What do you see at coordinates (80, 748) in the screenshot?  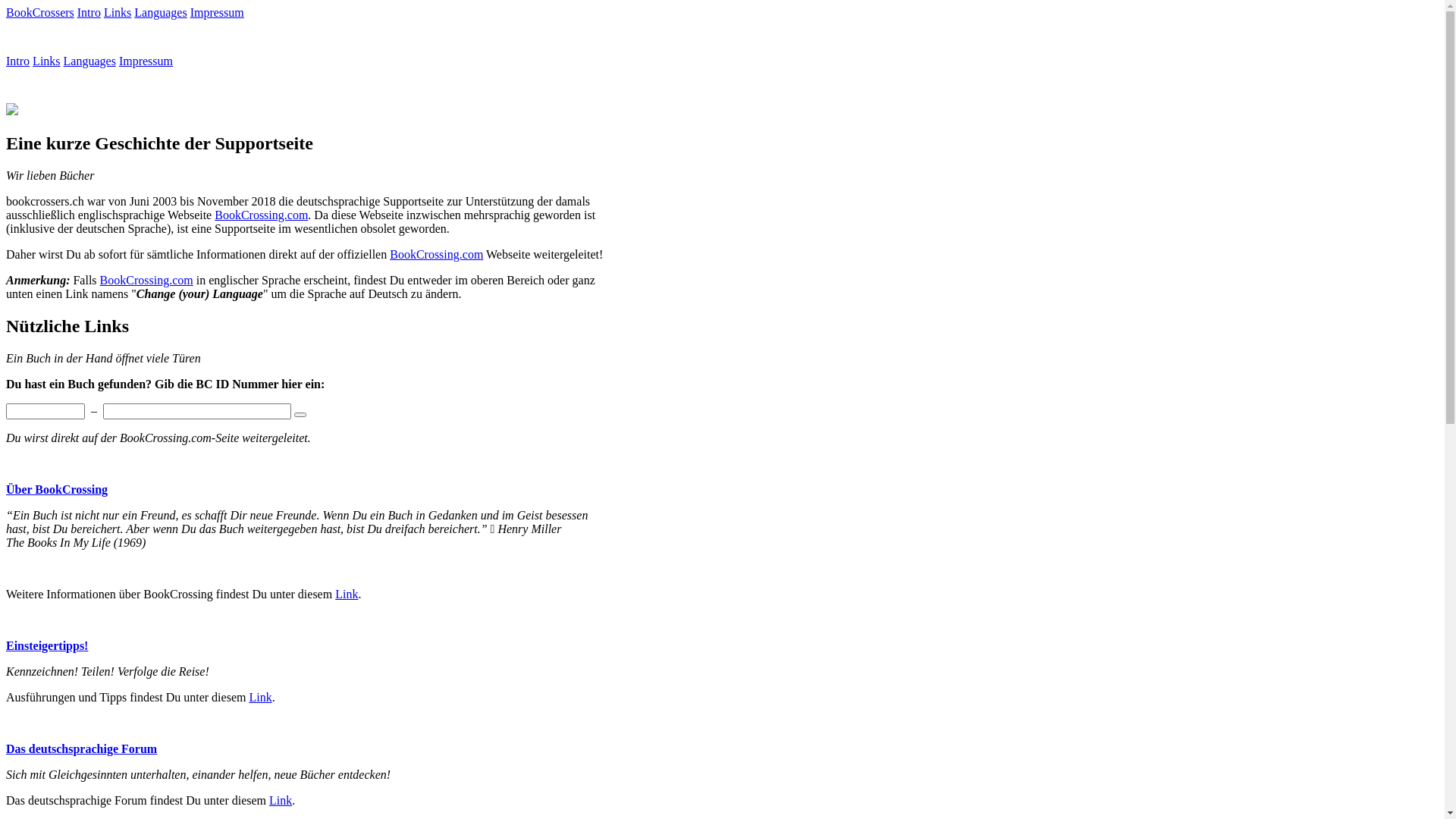 I see `'Das deutschsprachige Forum'` at bounding box center [80, 748].